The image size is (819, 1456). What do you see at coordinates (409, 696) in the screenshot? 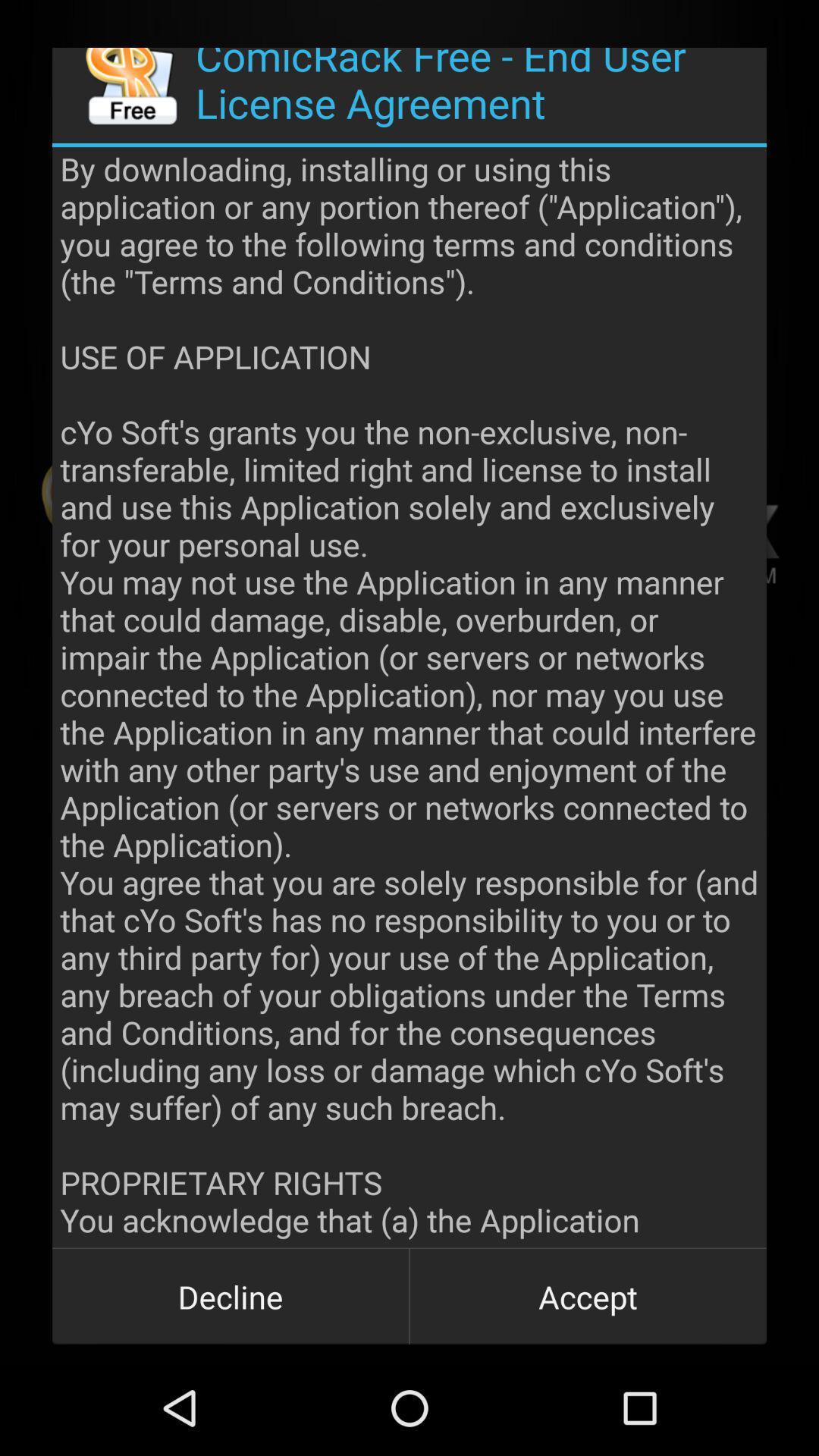
I see `the icon above the decline button` at bounding box center [409, 696].